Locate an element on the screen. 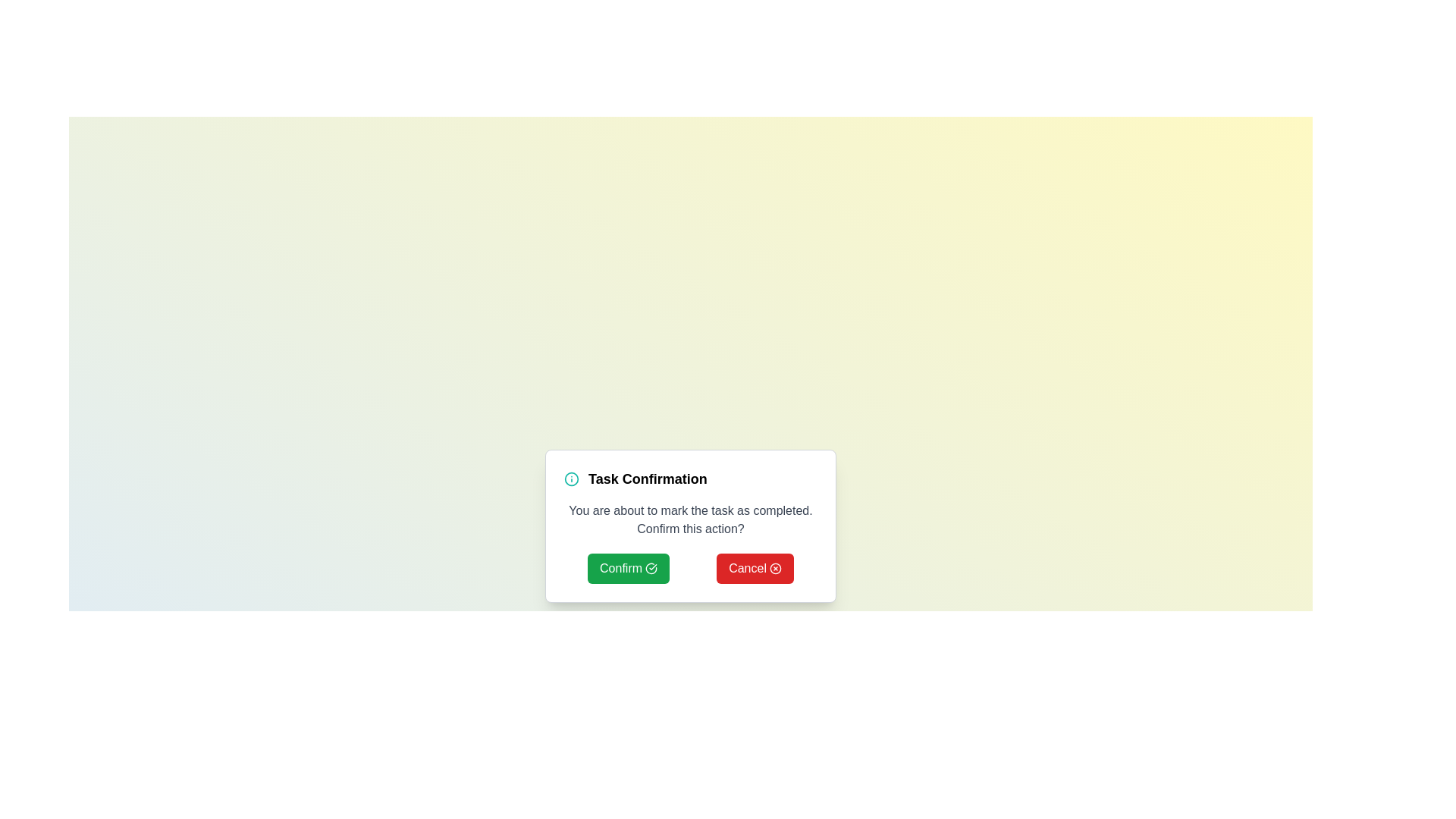 Image resolution: width=1456 pixels, height=819 pixels. the details of the Information icon located to the left of the 'Task Confirmation' text is located at coordinates (570, 479).